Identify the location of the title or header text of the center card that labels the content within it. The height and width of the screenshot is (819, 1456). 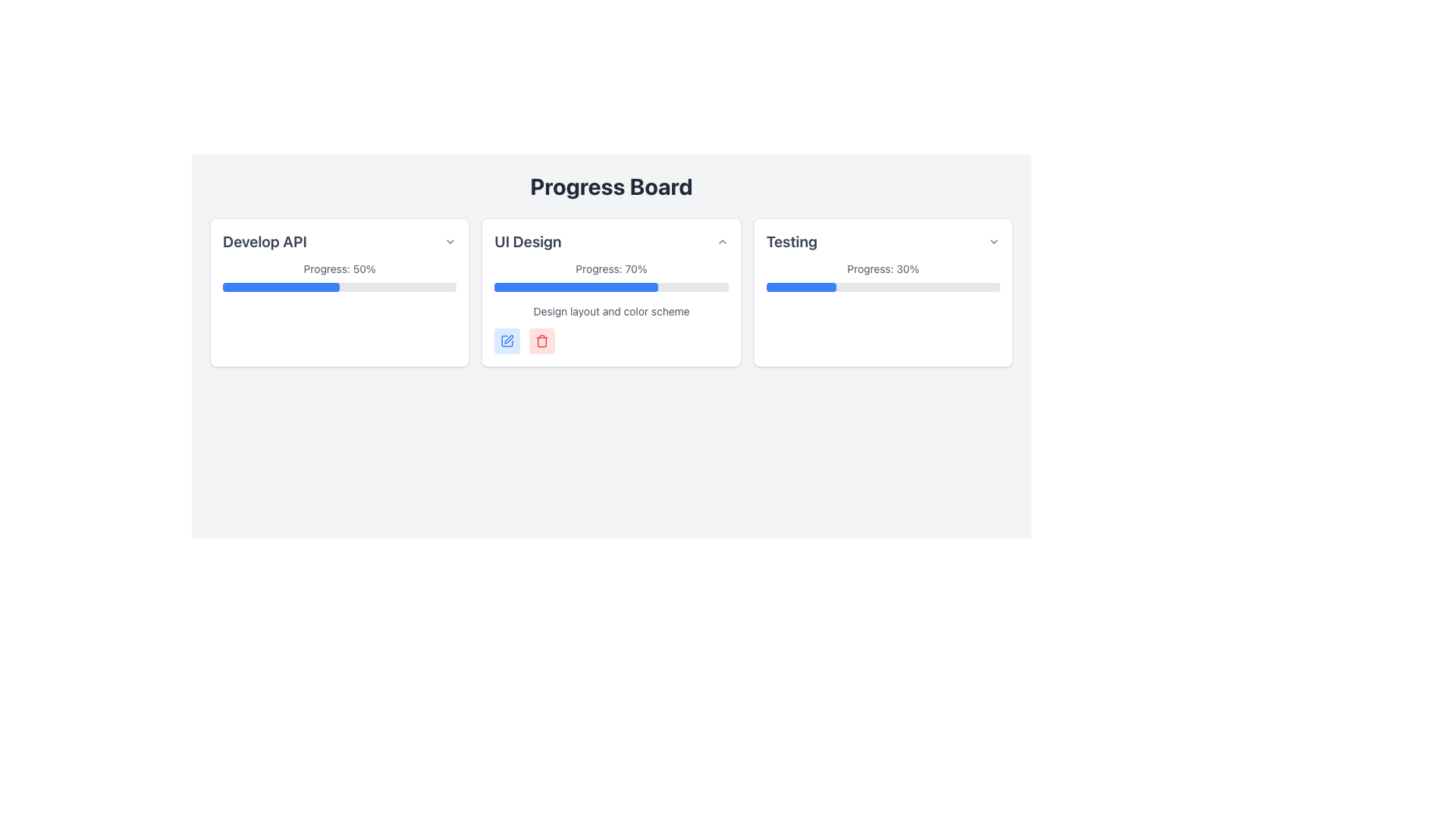
(528, 241).